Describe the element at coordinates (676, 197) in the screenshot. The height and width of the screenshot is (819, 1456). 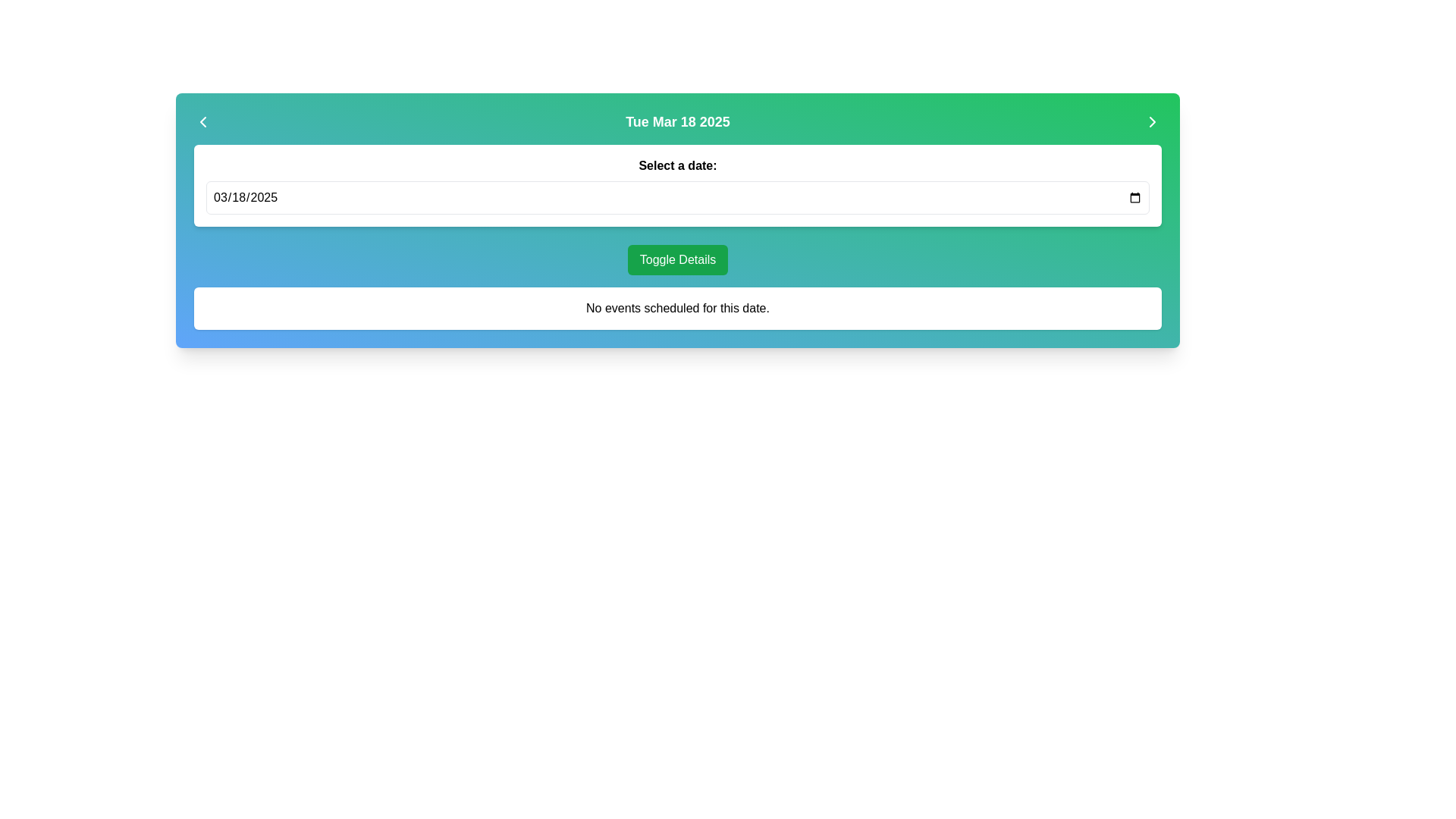
I see `into the rectangular date input field styled with a border and rounded corners` at that location.